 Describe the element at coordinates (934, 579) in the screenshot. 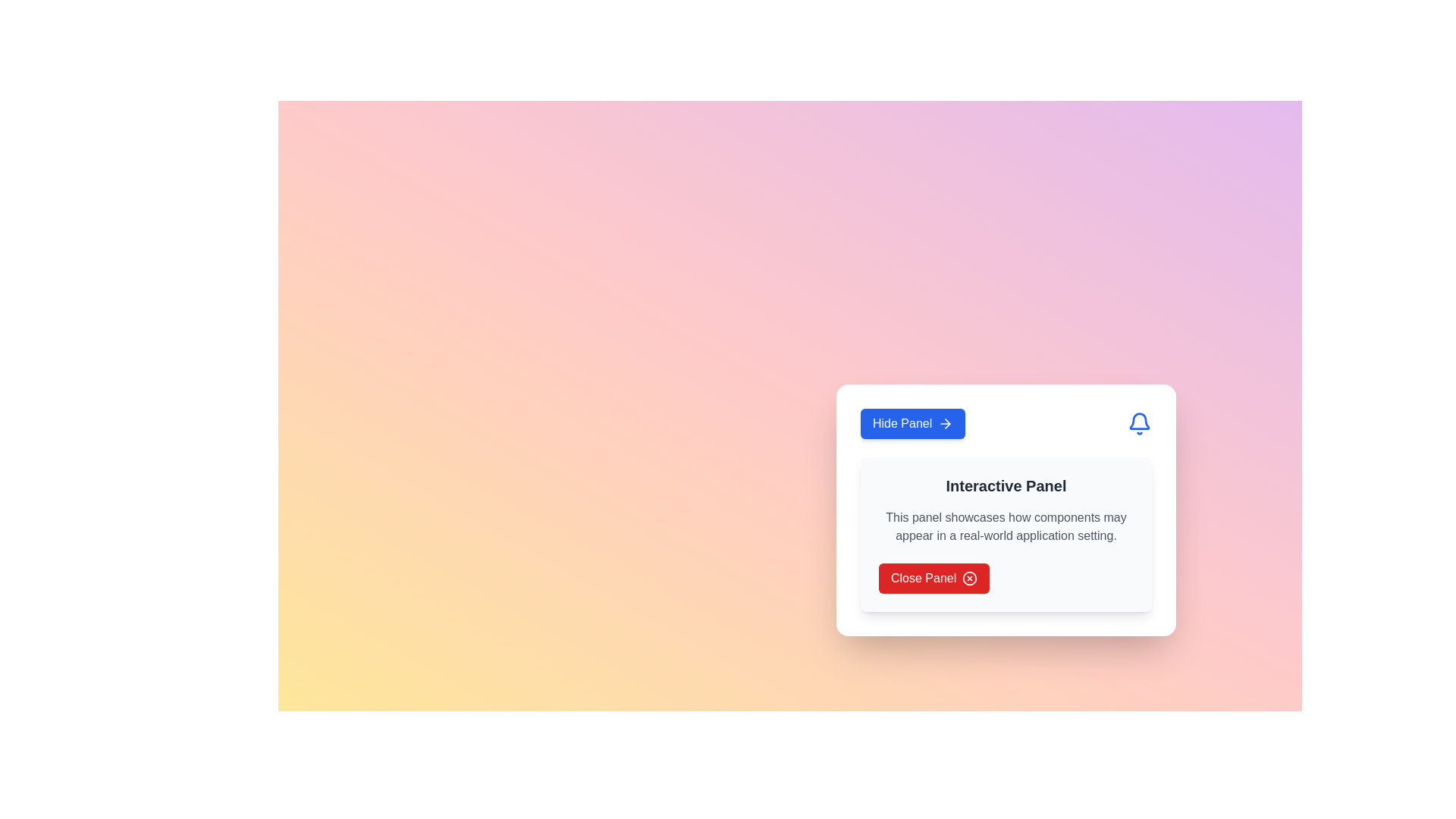

I see `the red 'Close Panel' button with white text and an 'X' icon for accessibility navigation` at that location.